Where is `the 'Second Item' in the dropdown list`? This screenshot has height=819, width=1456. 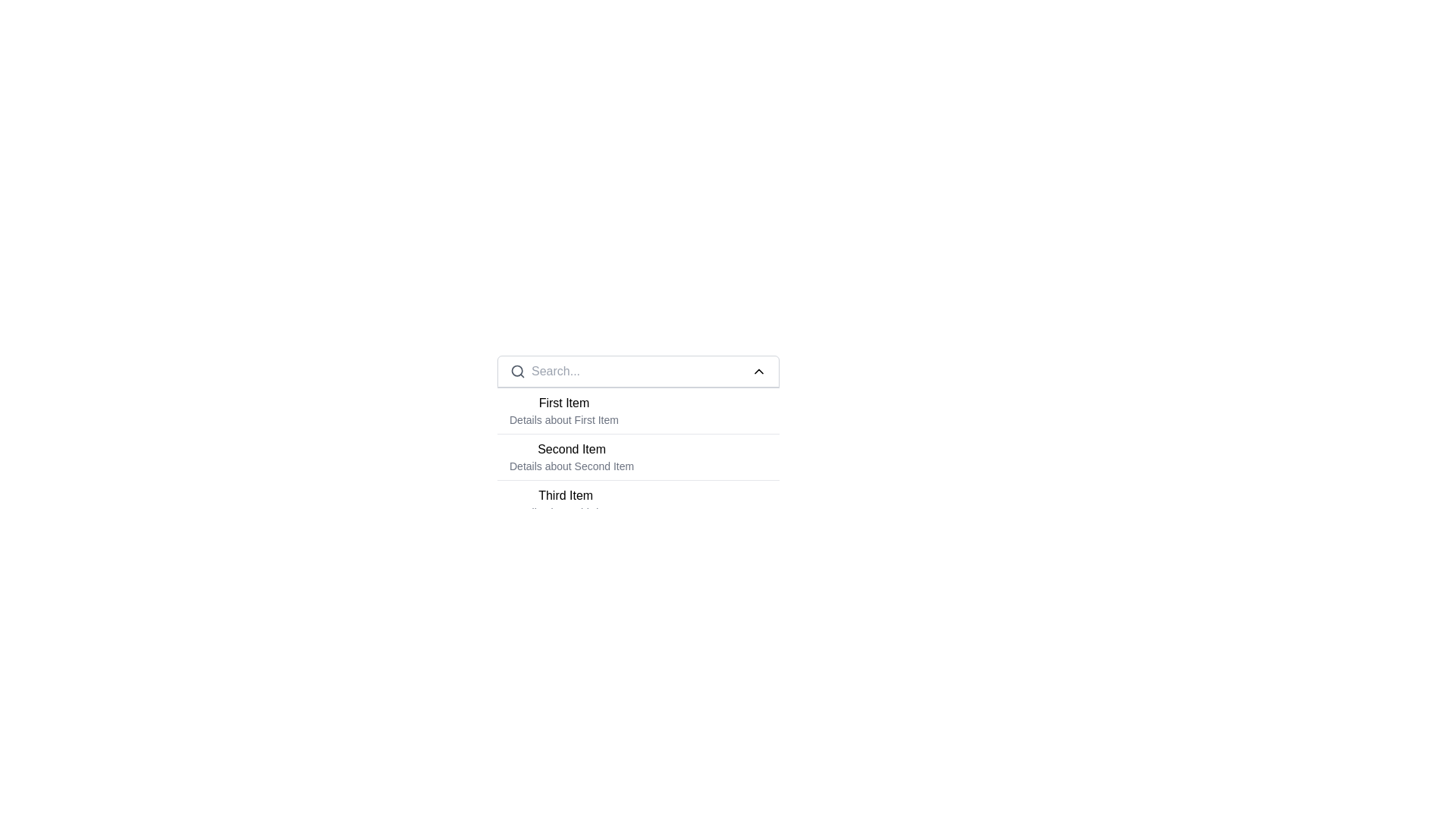
the 'Second Item' in the dropdown list is located at coordinates (638, 447).